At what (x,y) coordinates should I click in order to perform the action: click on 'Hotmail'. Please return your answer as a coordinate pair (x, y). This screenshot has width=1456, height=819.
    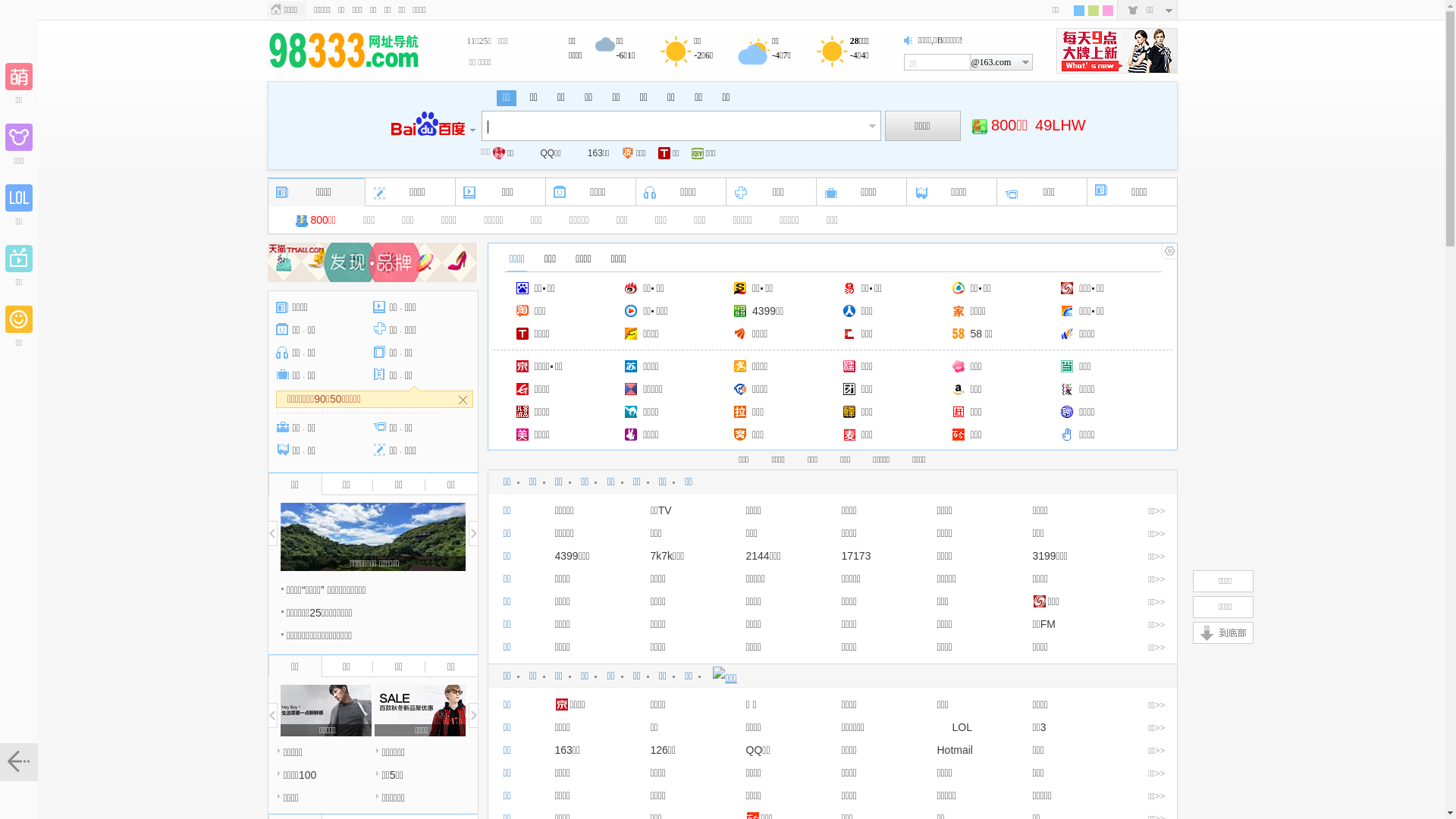
    Looking at the image, I should click on (937, 748).